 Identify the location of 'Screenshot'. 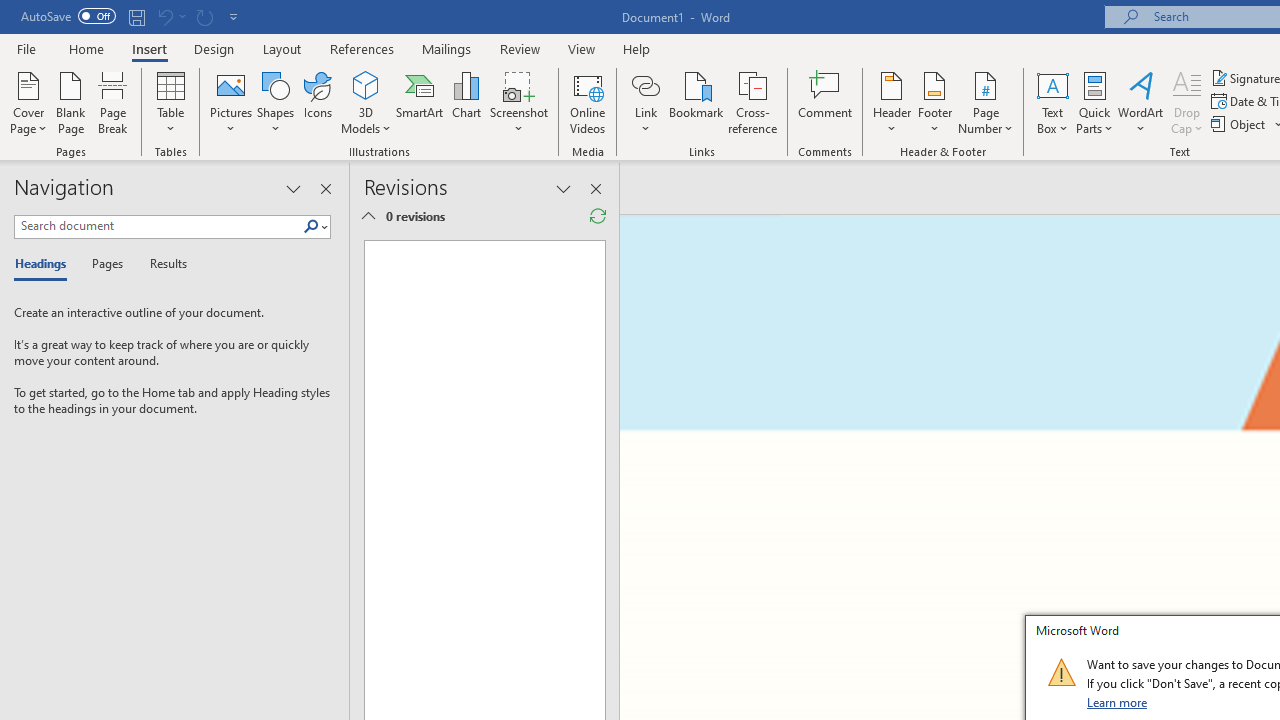
(519, 103).